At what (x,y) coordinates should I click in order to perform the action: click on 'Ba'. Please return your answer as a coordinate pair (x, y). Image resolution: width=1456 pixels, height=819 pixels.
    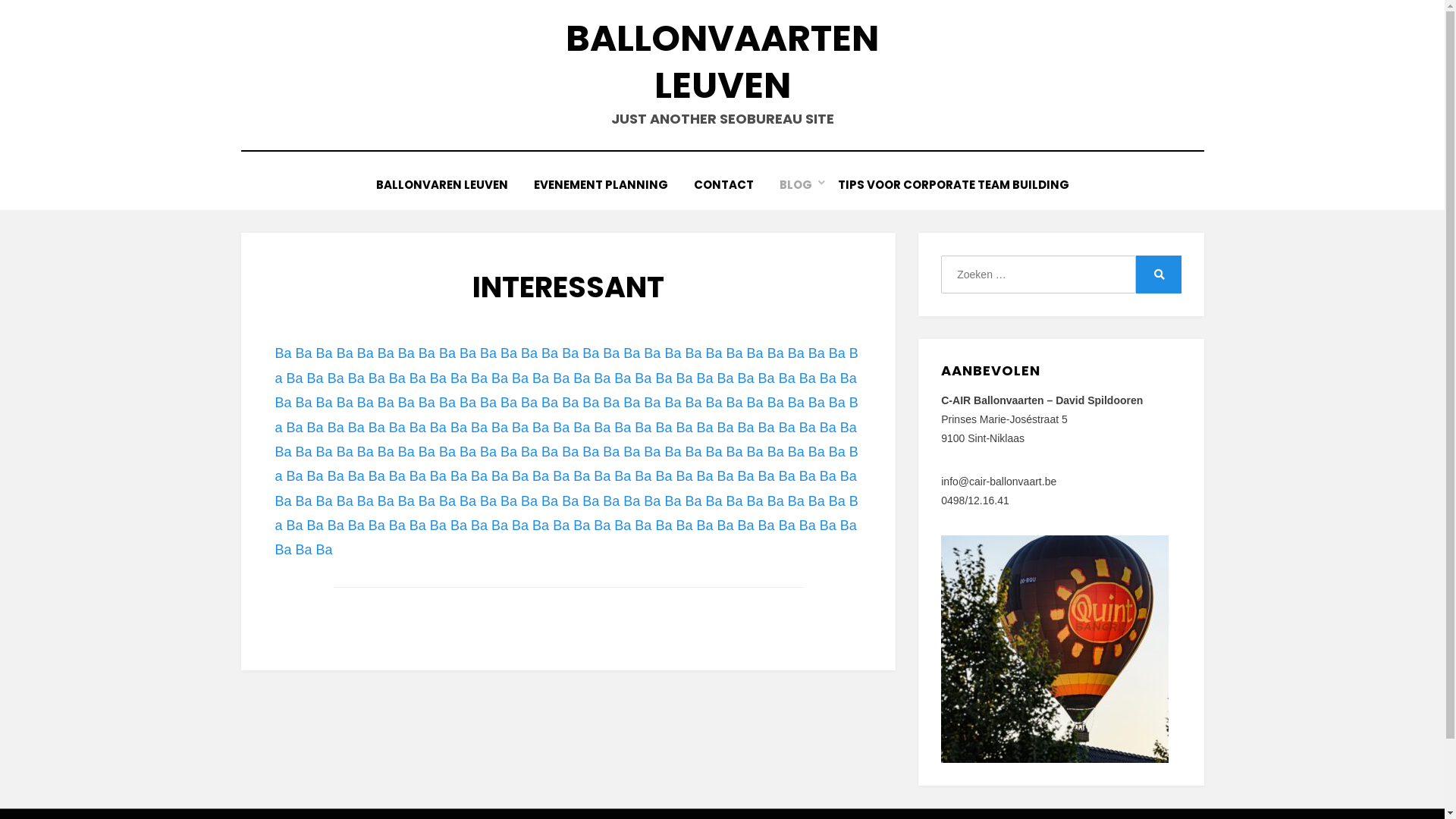
    Looking at the image, I should click on (663, 427).